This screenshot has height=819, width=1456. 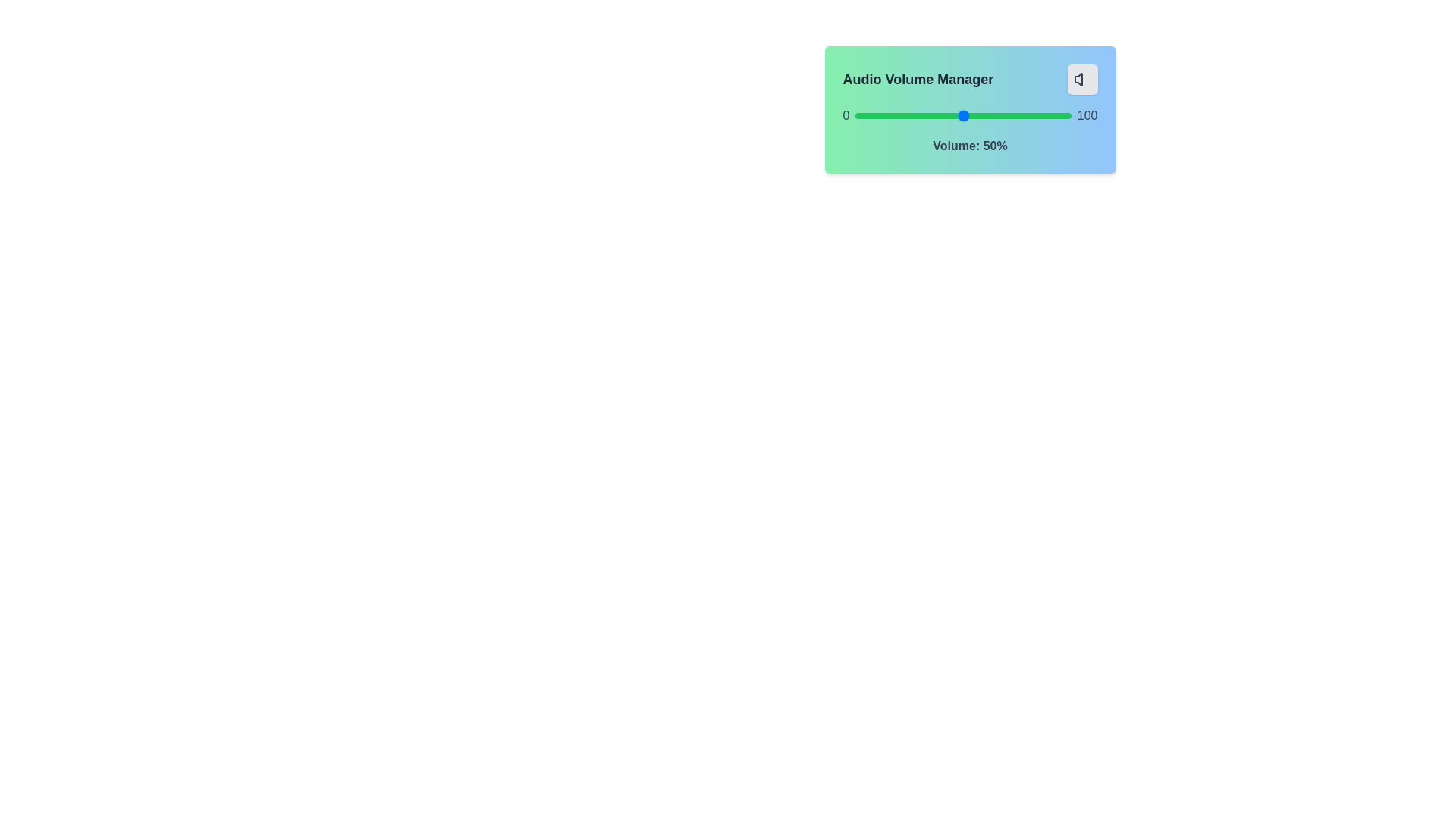 I want to click on the bold and large text label 'Audio Volume Manager', so click(x=917, y=79).